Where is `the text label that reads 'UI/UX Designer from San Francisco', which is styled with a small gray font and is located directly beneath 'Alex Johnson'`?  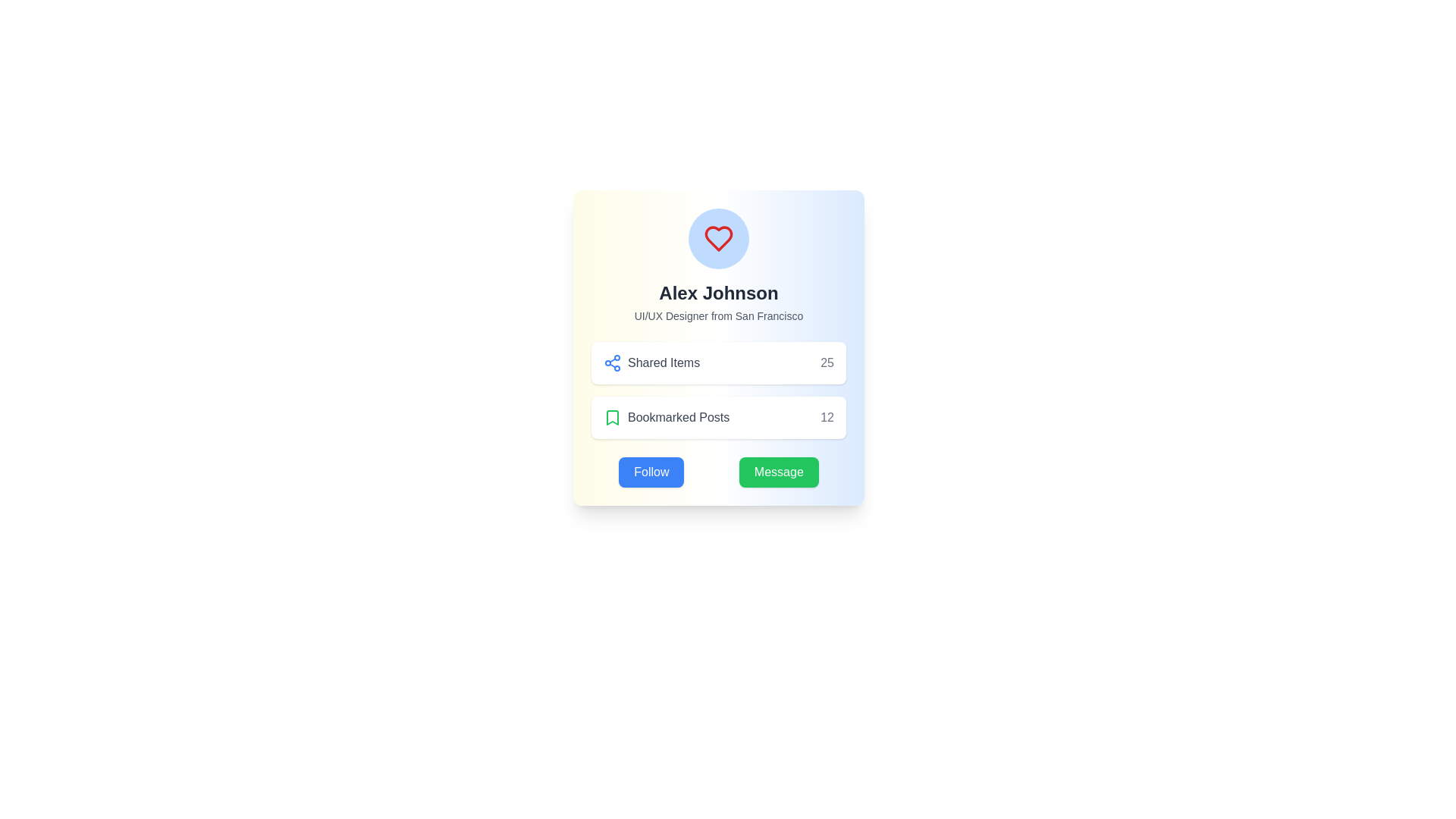 the text label that reads 'UI/UX Designer from San Francisco', which is styled with a small gray font and is located directly beneath 'Alex Johnson' is located at coordinates (718, 315).